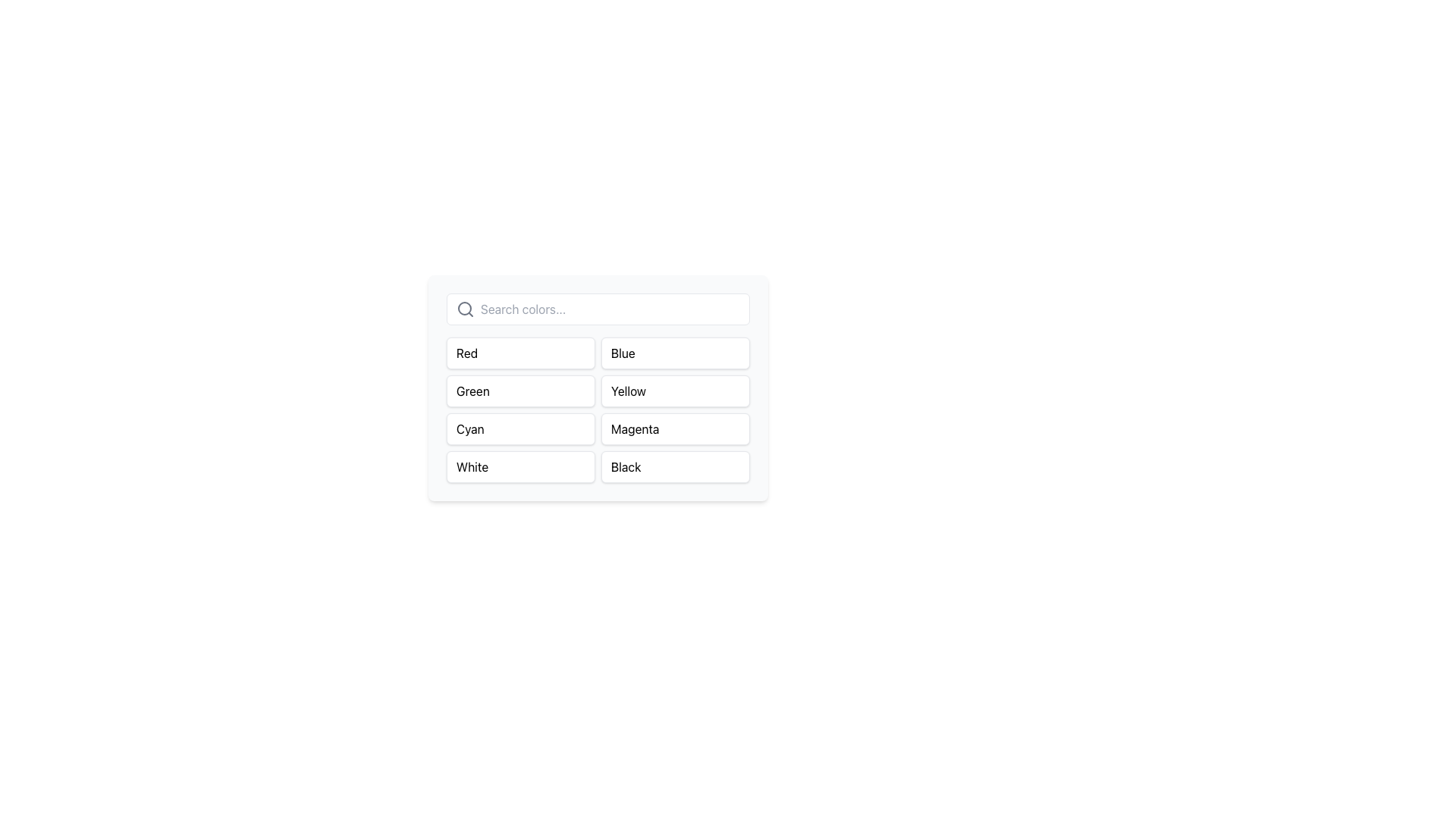 The width and height of the screenshot is (1456, 819). I want to click on the 'Magenta' button, which is a rectangular element with a white background and black text, so click(675, 429).